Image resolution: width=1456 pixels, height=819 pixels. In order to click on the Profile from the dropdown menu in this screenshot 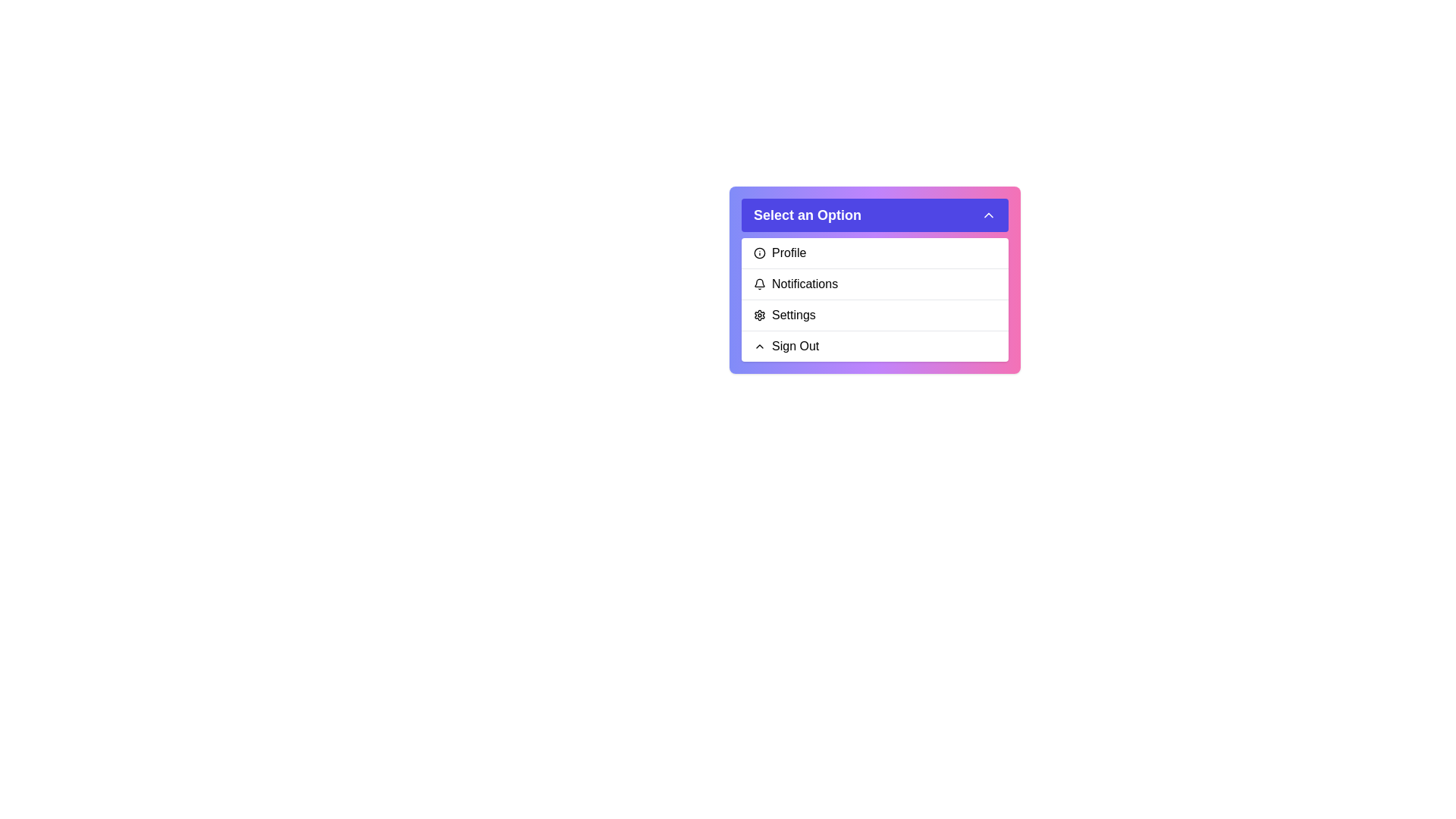, I will do `click(874, 253)`.